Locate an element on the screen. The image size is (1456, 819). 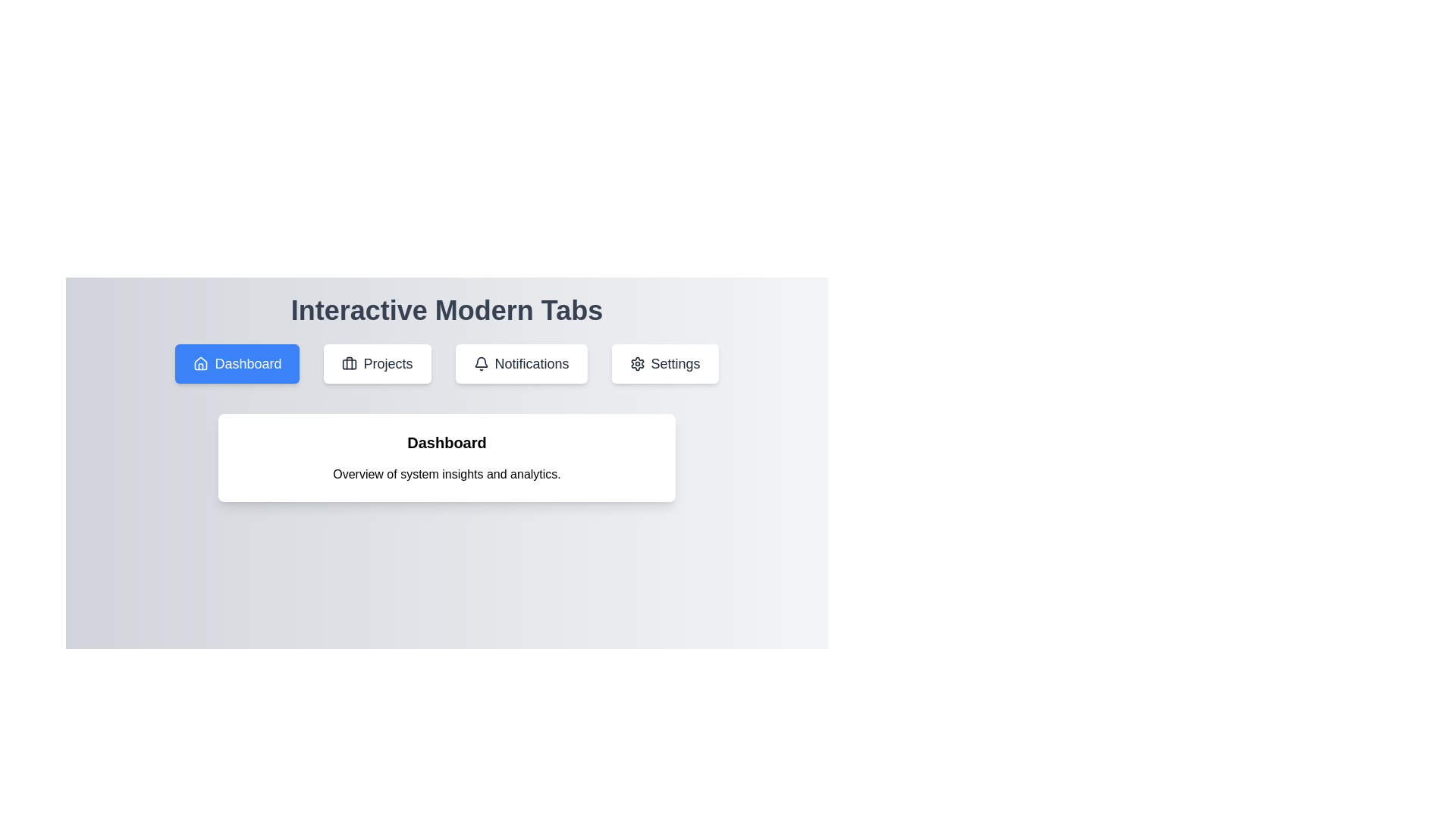
the heading text 'Interactive Modern Tabs', which is styled in bold, large dark gray text and centrally aligned above the navigation buttons is located at coordinates (446, 309).